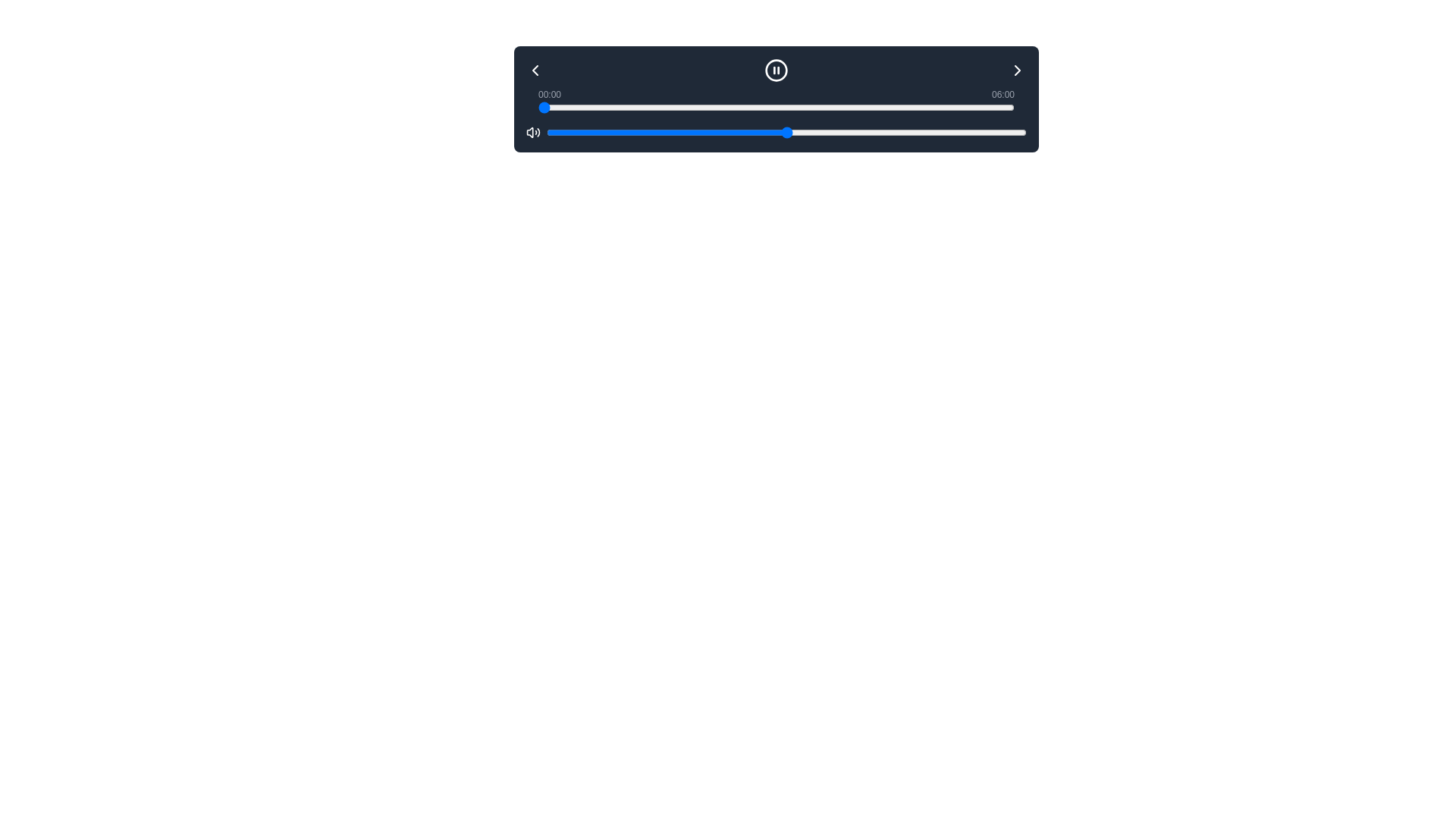  What do you see at coordinates (978, 131) in the screenshot?
I see `volume` at bounding box center [978, 131].